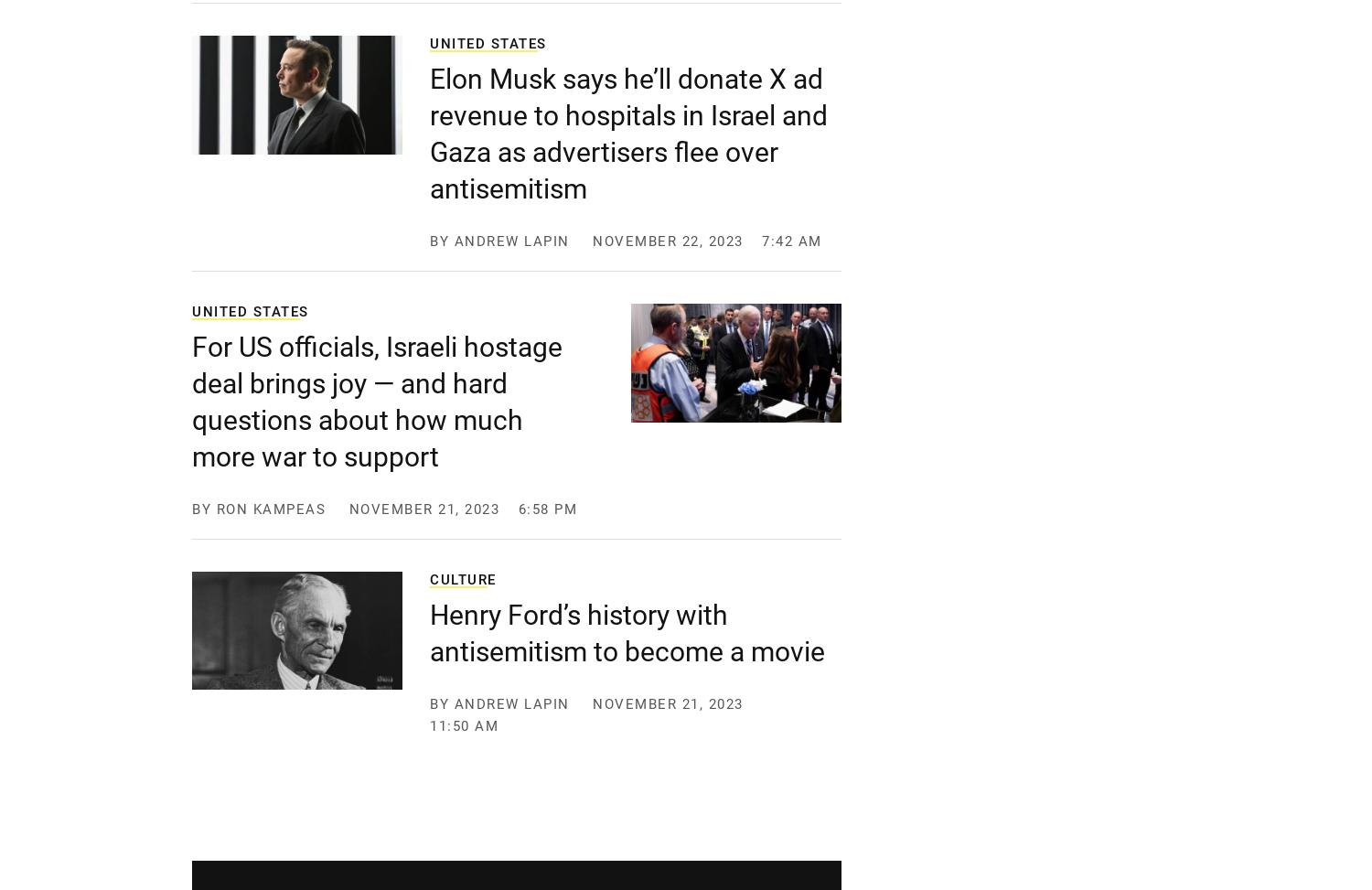 The width and height of the screenshot is (1372, 890). What do you see at coordinates (546, 509) in the screenshot?
I see `'6:58 pm'` at bounding box center [546, 509].